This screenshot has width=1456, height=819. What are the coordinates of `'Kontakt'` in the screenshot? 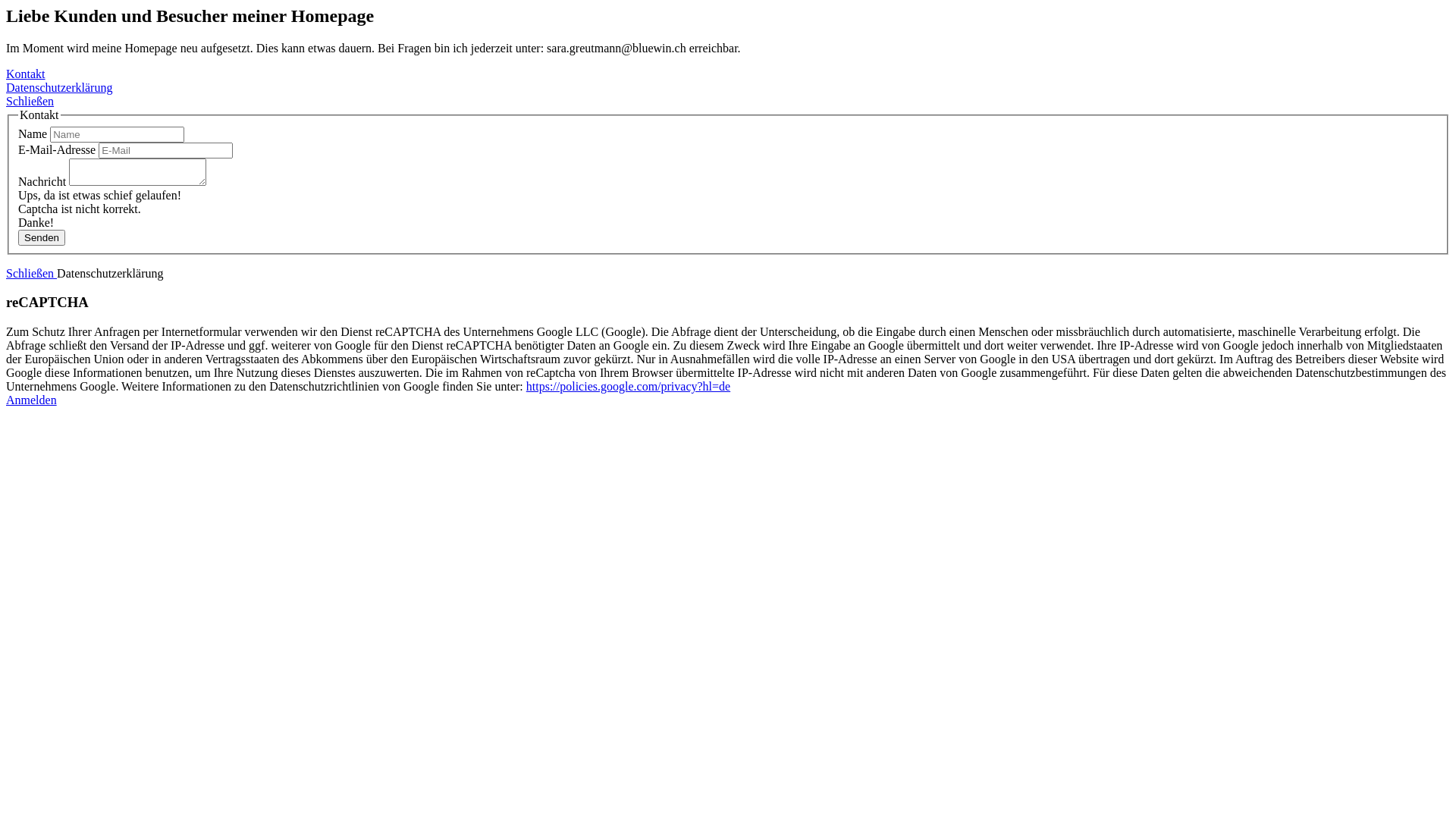 It's located at (6, 74).